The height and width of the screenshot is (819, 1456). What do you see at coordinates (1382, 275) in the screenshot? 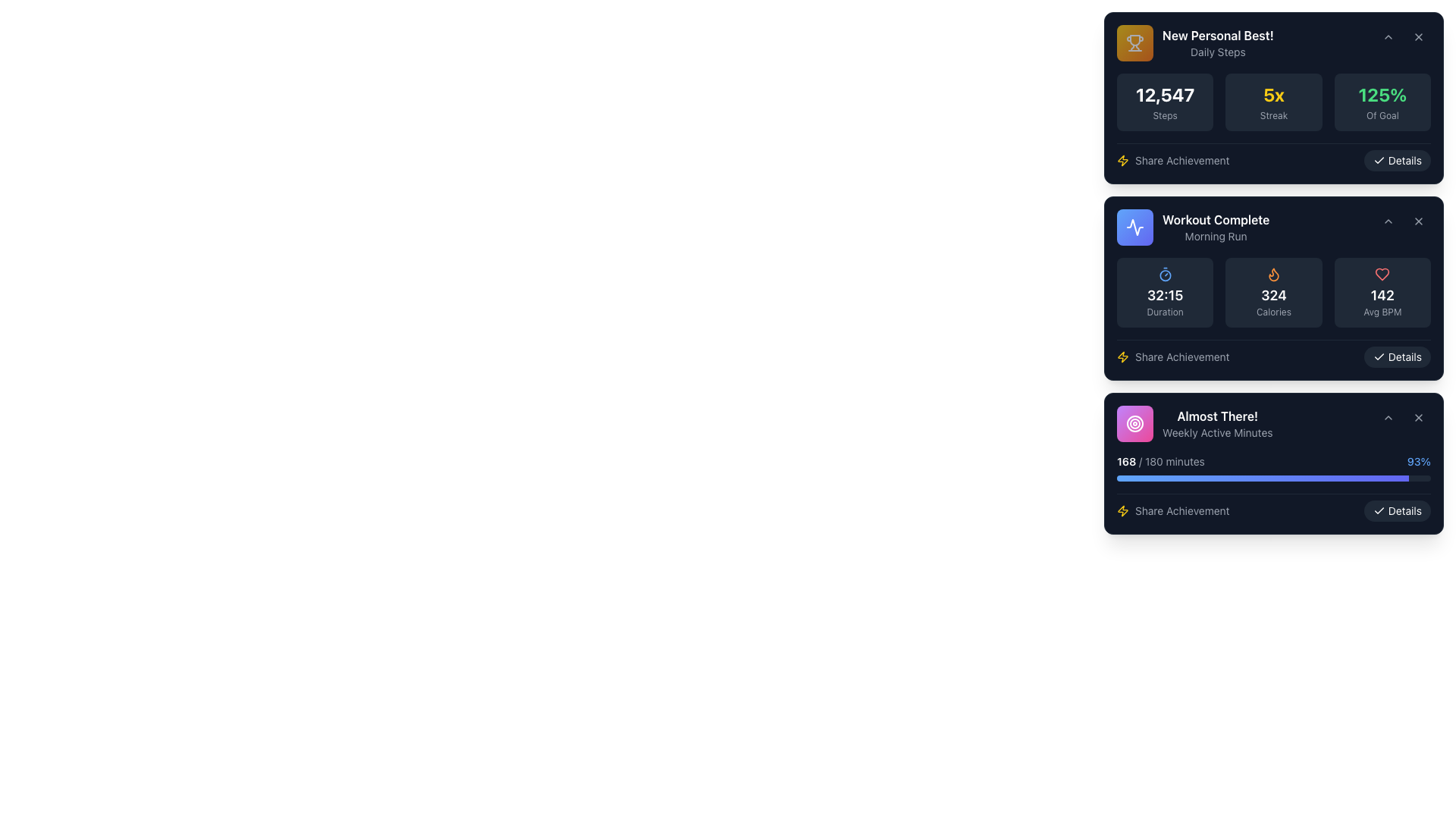
I see `the heart-shaped icon with a red border, located in the 'Workout Complete: Morning Run' card, positioned above the '142 Avg BPM' text` at bounding box center [1382, 275].